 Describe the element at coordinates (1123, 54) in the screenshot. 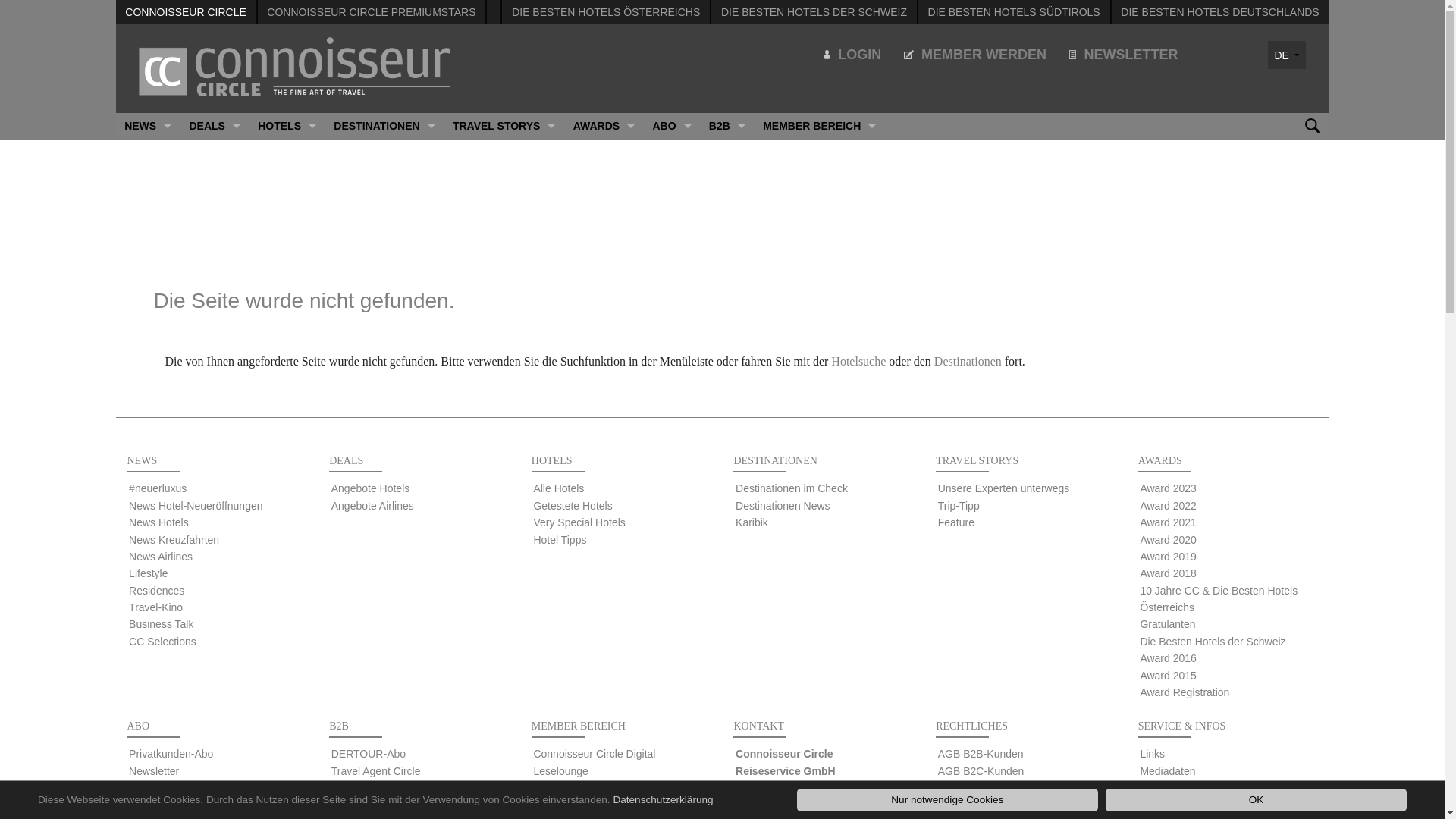

I see `'NEWSLETTER'` at that location.